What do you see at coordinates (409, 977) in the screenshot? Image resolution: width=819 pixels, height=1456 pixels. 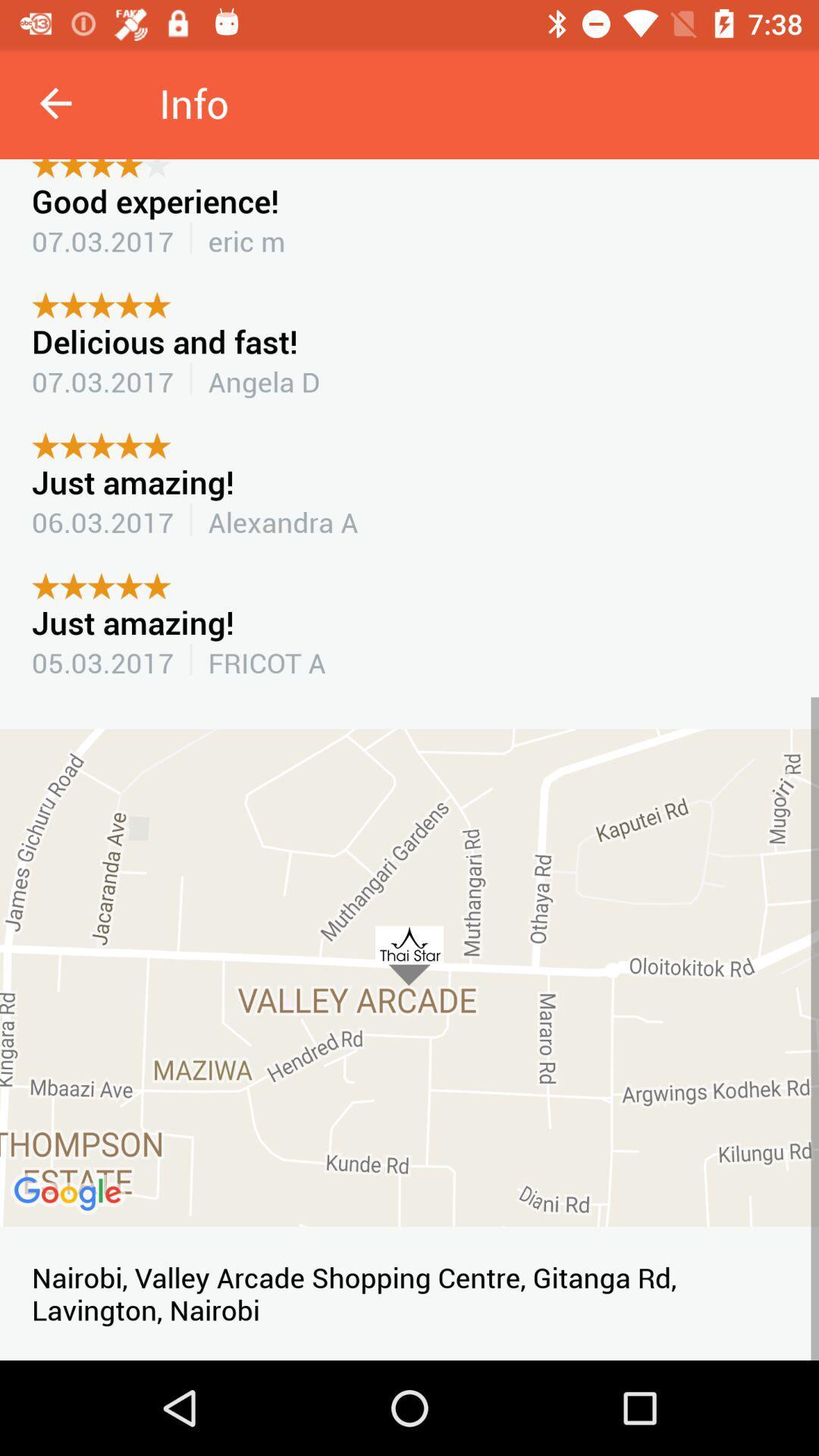 I see `icon above nairobi valley arcade item` at bounding box center [409, 977].